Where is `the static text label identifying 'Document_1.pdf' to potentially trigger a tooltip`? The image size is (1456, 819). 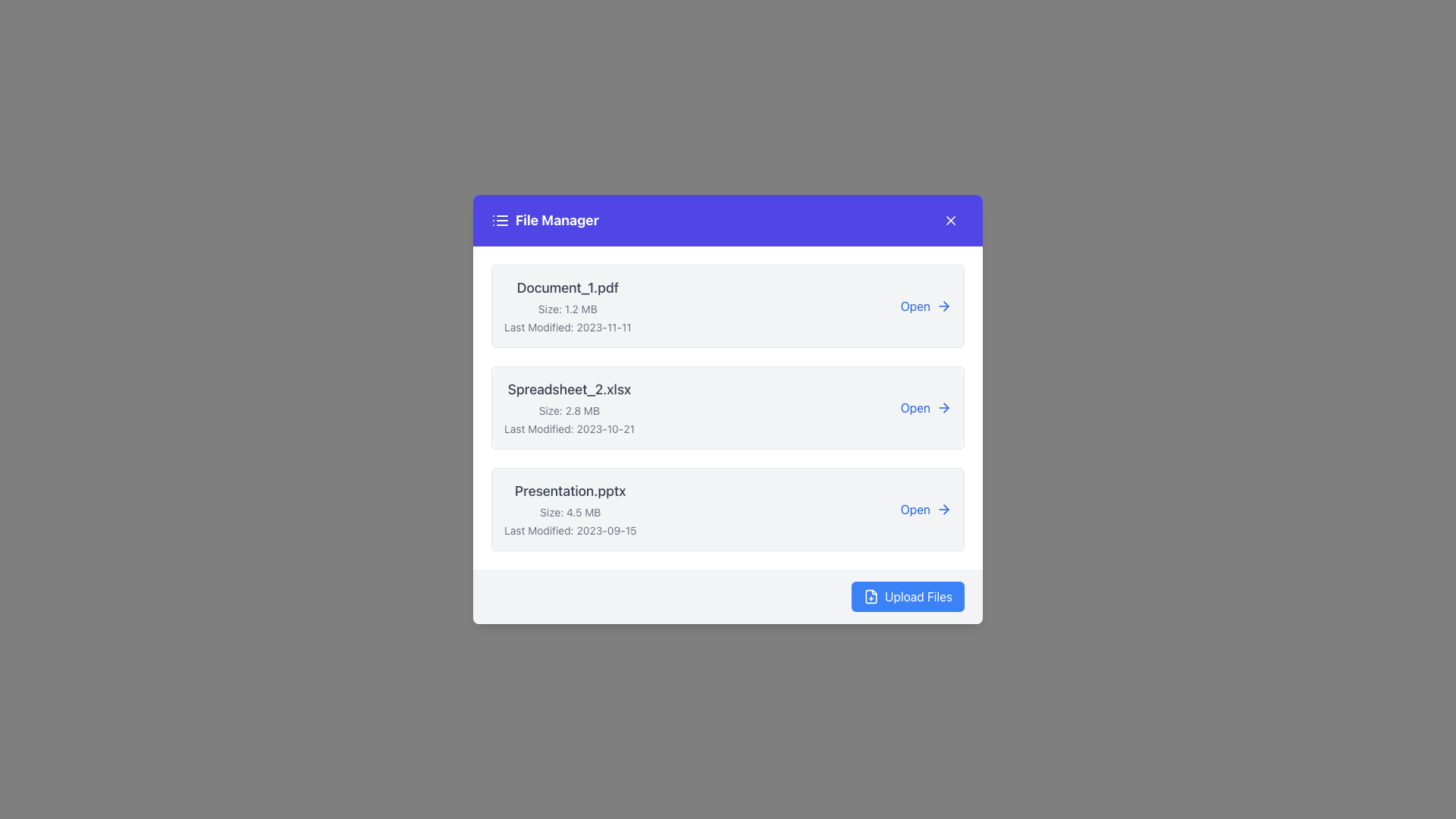 the static text label identifying 'Document_1.pdf' to potentially trigger a tooltip is located at coordinates (566, 288).